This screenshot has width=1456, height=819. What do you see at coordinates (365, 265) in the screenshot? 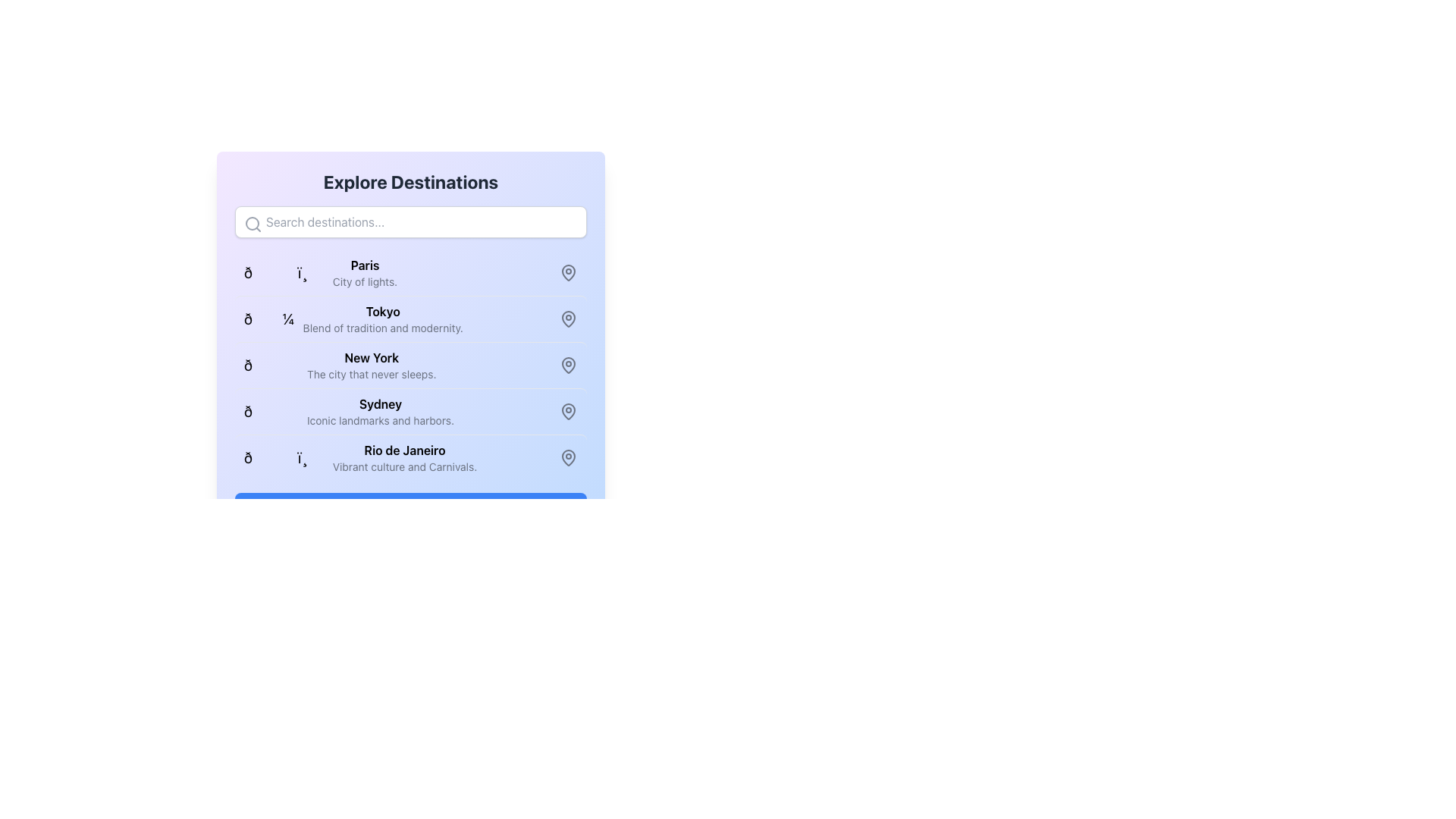
I see `the bold text label 'Paris' which is part of a list of city destinations, located near the top section beneath the search bar labeled 'Explore Destinations'` at bounding box center [365, 265].